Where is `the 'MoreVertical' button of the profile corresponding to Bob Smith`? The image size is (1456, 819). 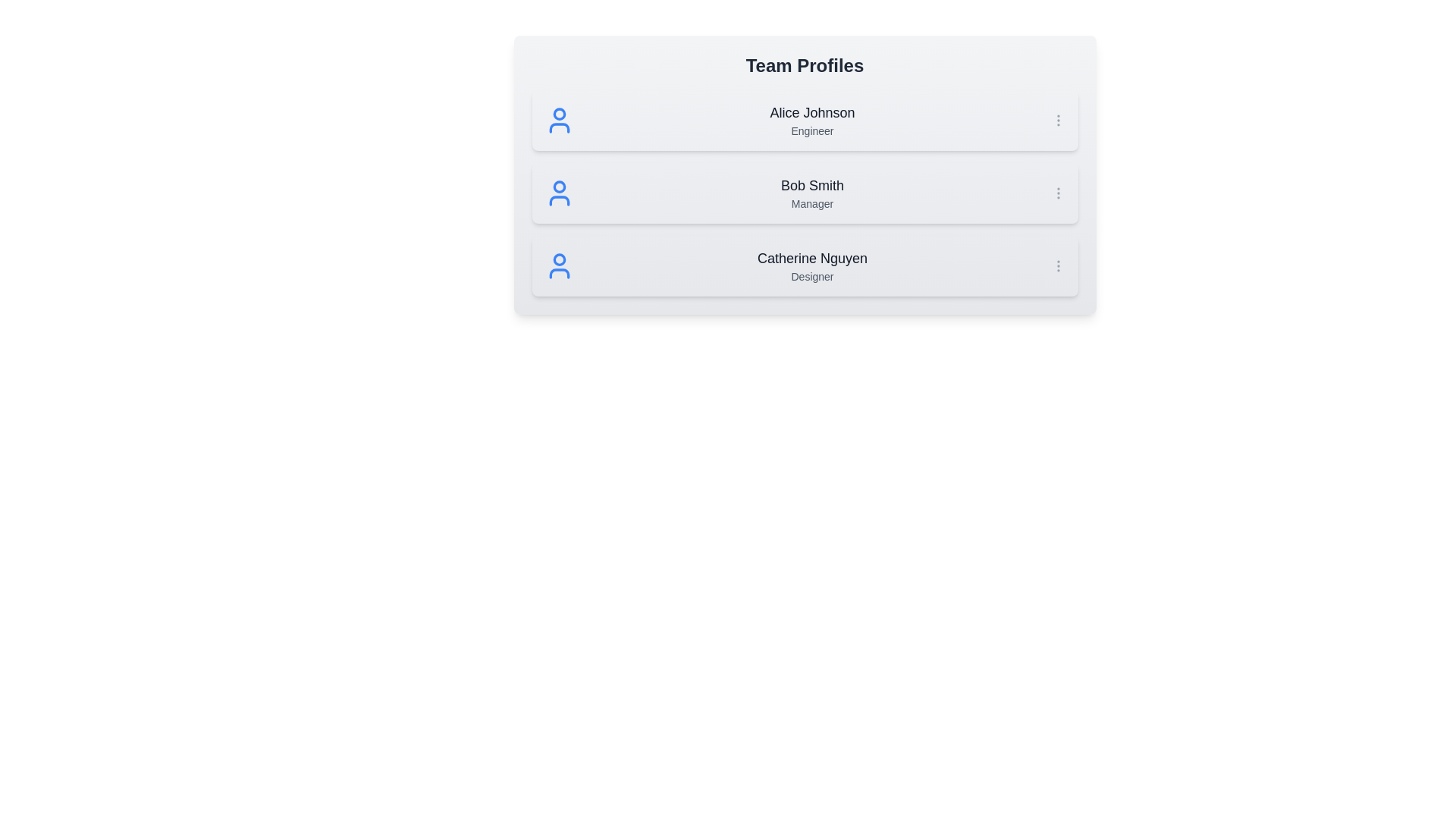 the 'MoreVertical' button of the profile corresponding to Bob Smith is located at coordinates (1057, 192).